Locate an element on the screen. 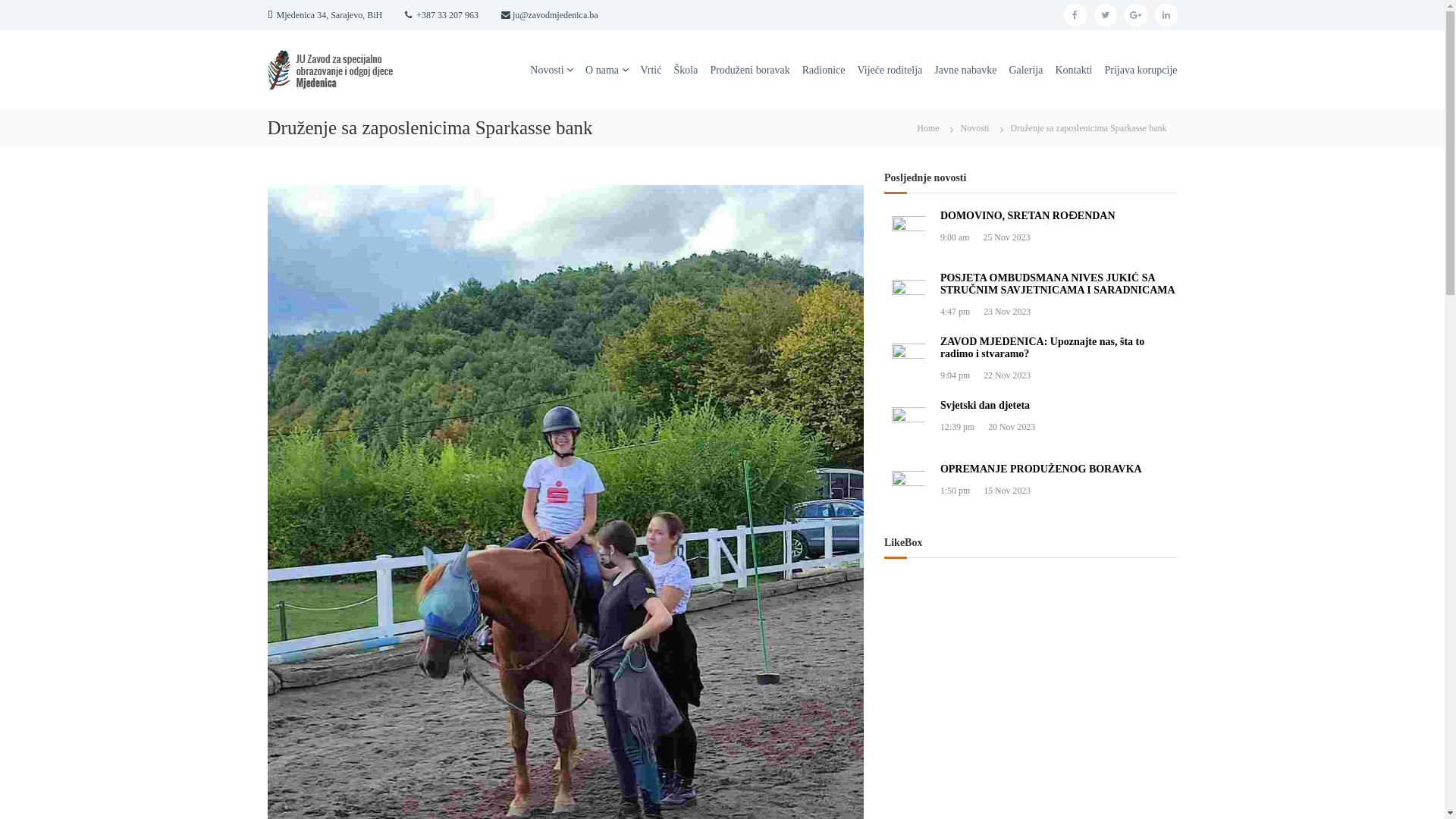 The image size is (1456, 819). 'Home' is located at coordinates (927, 127).